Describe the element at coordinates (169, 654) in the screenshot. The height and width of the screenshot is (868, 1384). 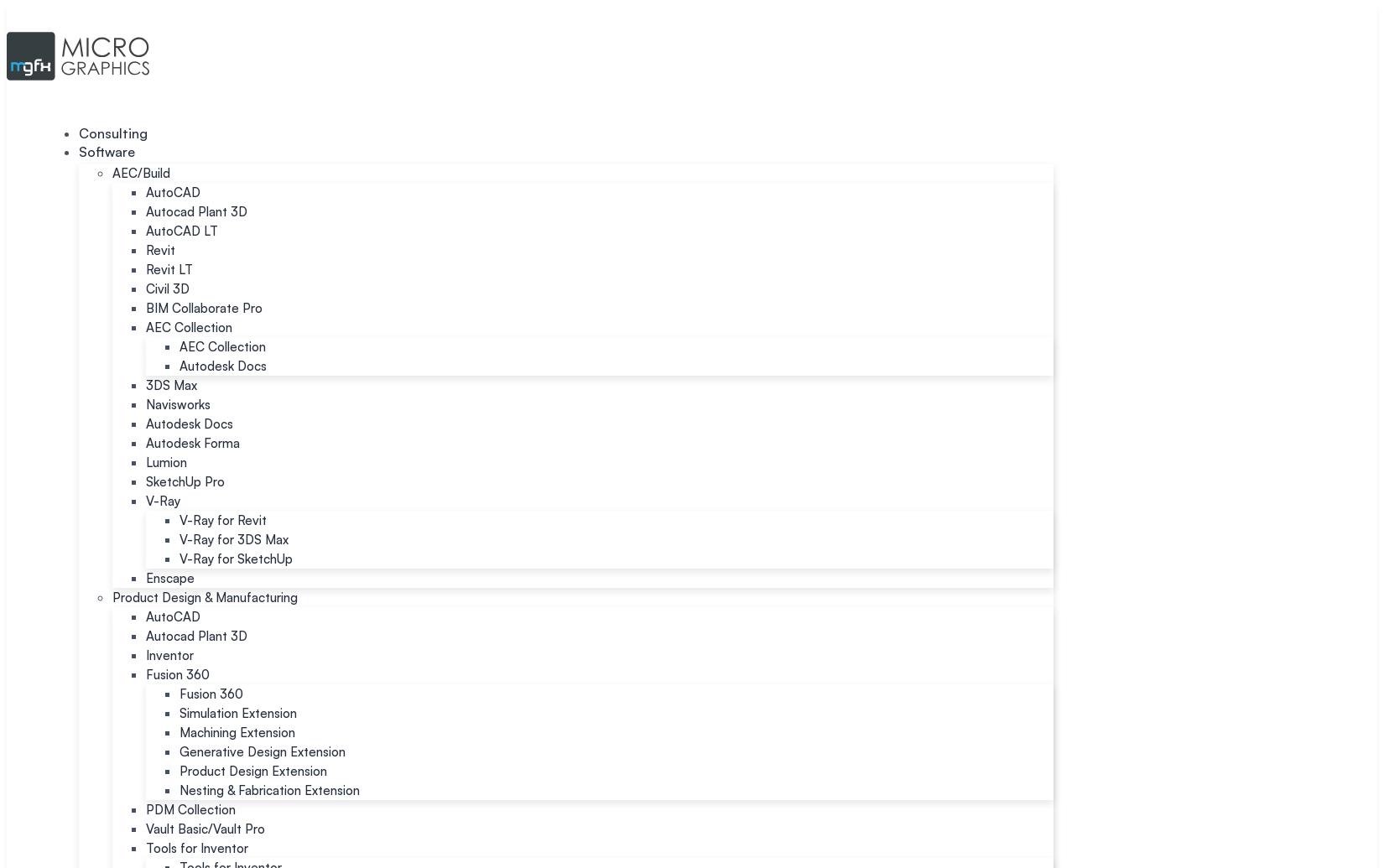
I see `'Inventor'` at that location.